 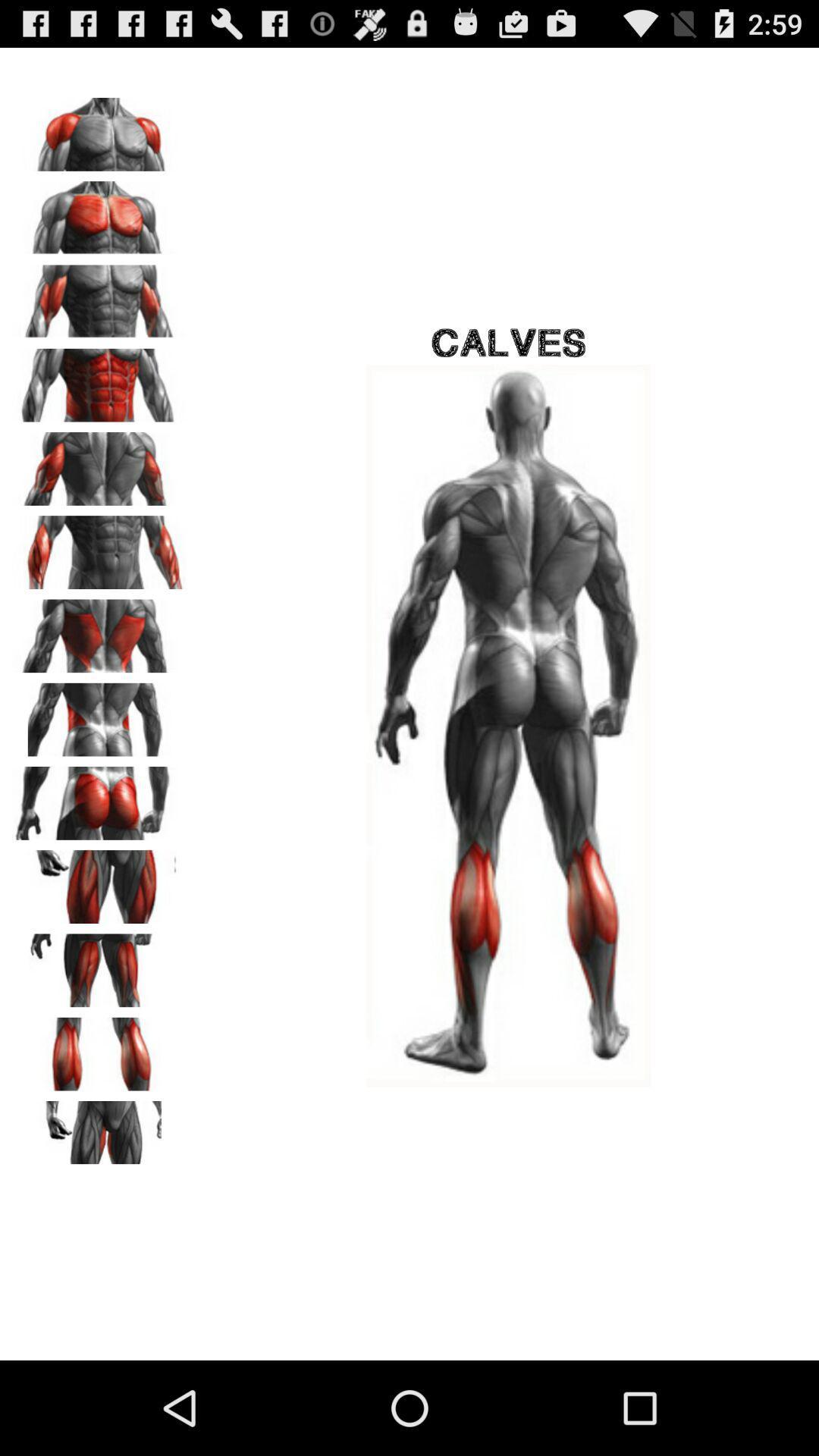 What do you see at coordinates (99, 797) in the screenshot?
I see `glutes` at bounding box center [99, 797].